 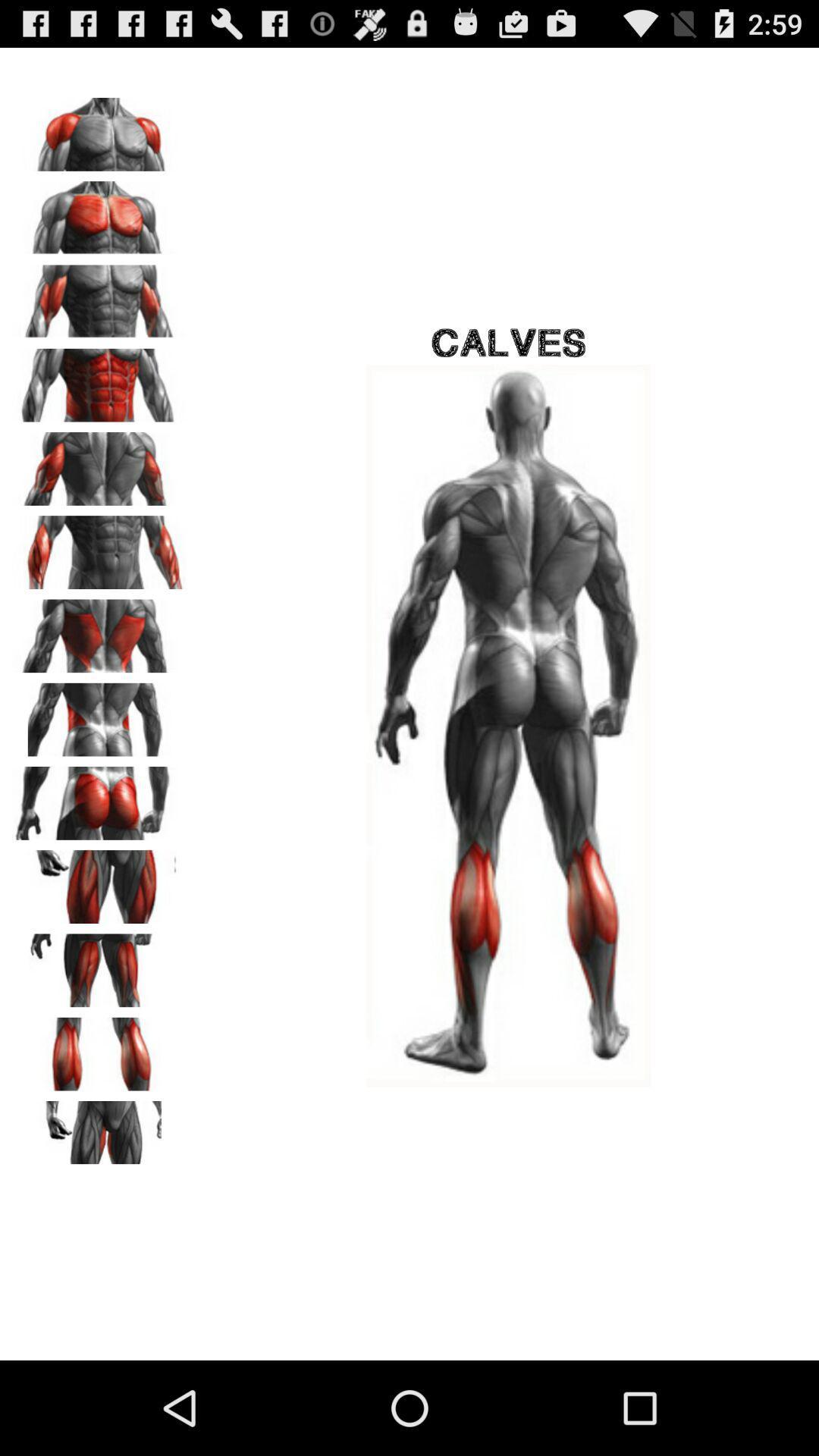 What do you see at coordinates (99, 797) in the screenshot?
I see `glutes` at bounding box center [99, 797].